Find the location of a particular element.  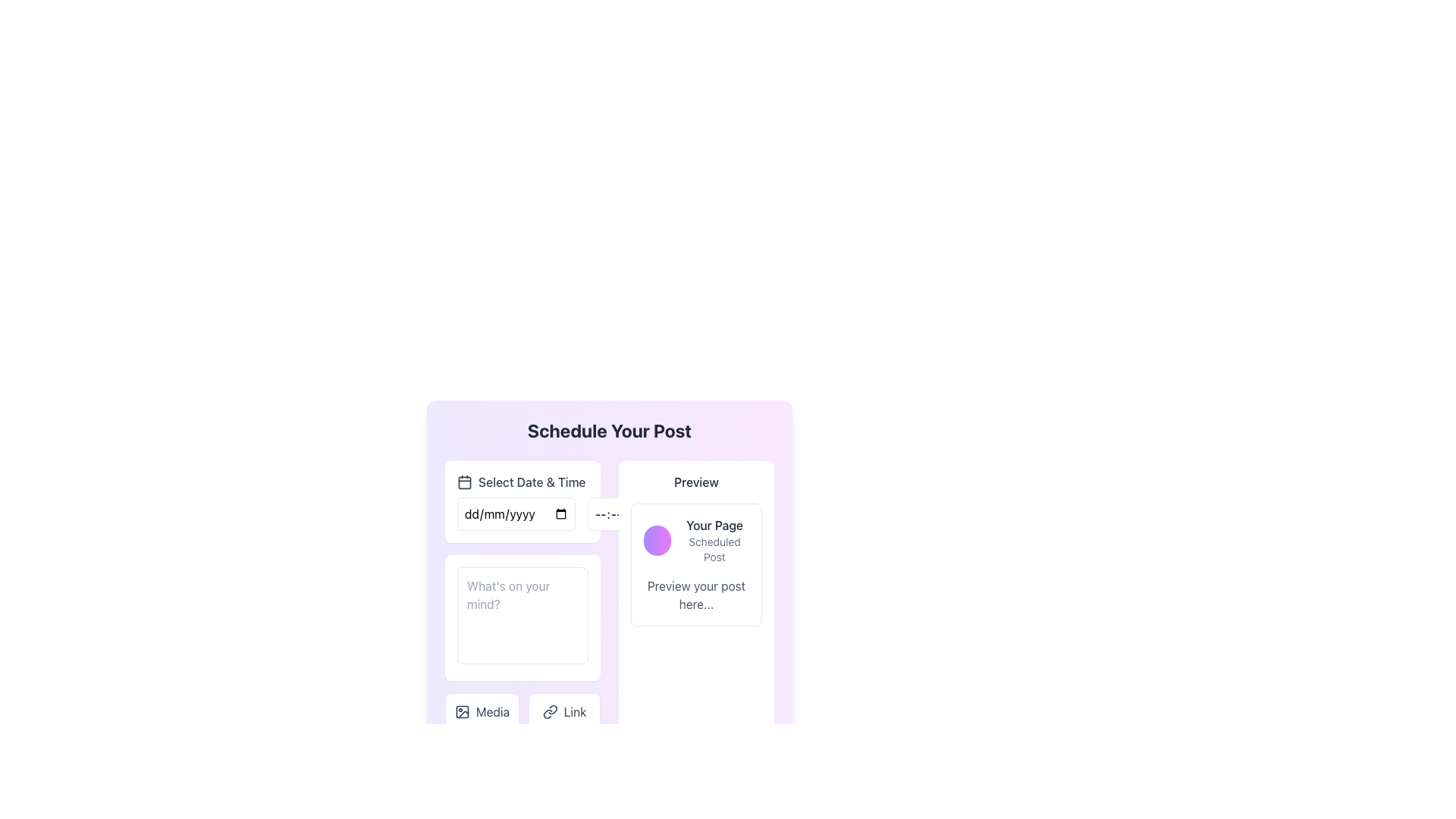

the large text input field styled with rounded corners and a light border is located at coordinates (522, 616).